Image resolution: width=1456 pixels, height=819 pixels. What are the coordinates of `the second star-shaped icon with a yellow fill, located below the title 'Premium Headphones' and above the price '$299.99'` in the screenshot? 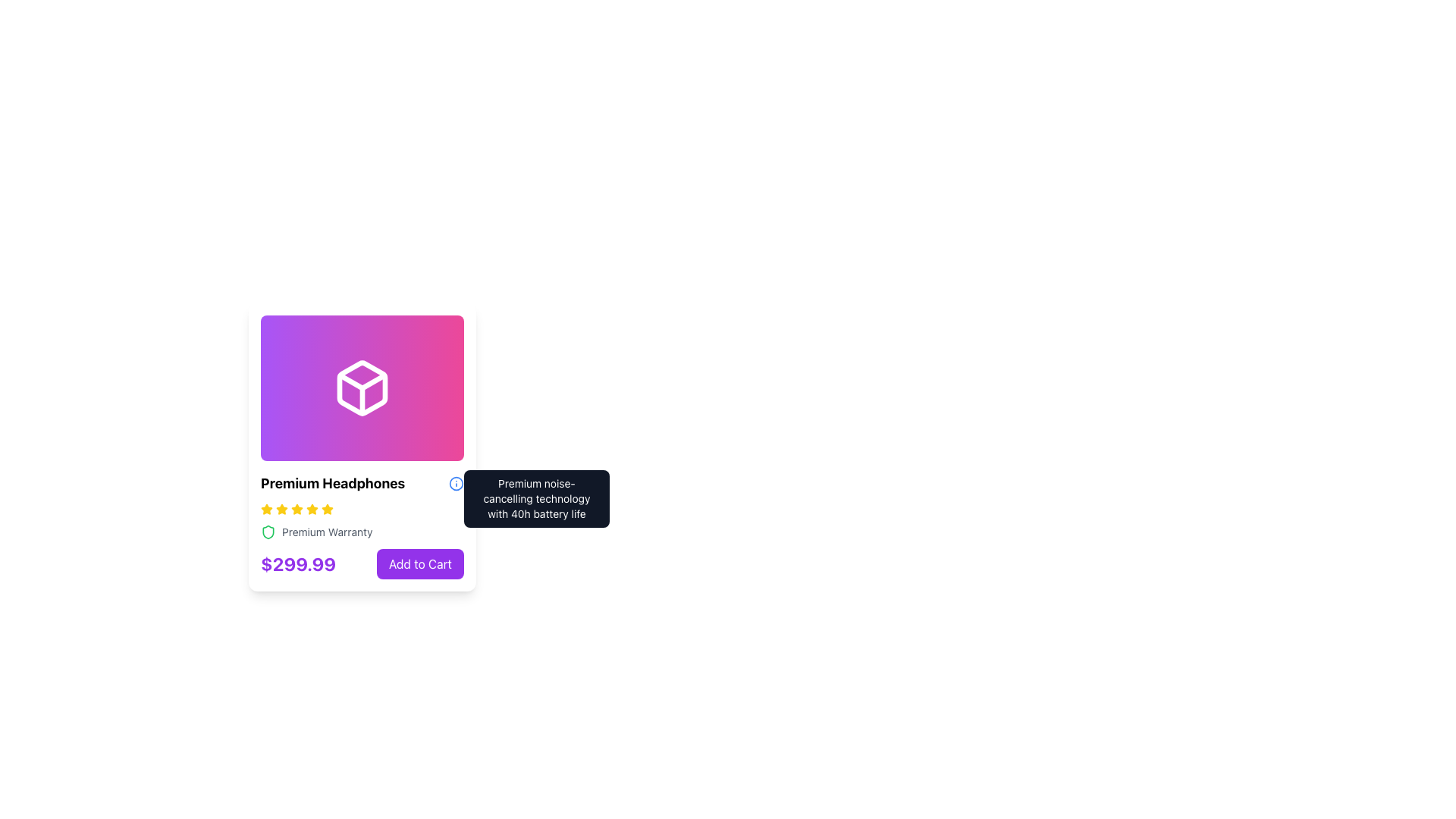 It's located at (282, 509).